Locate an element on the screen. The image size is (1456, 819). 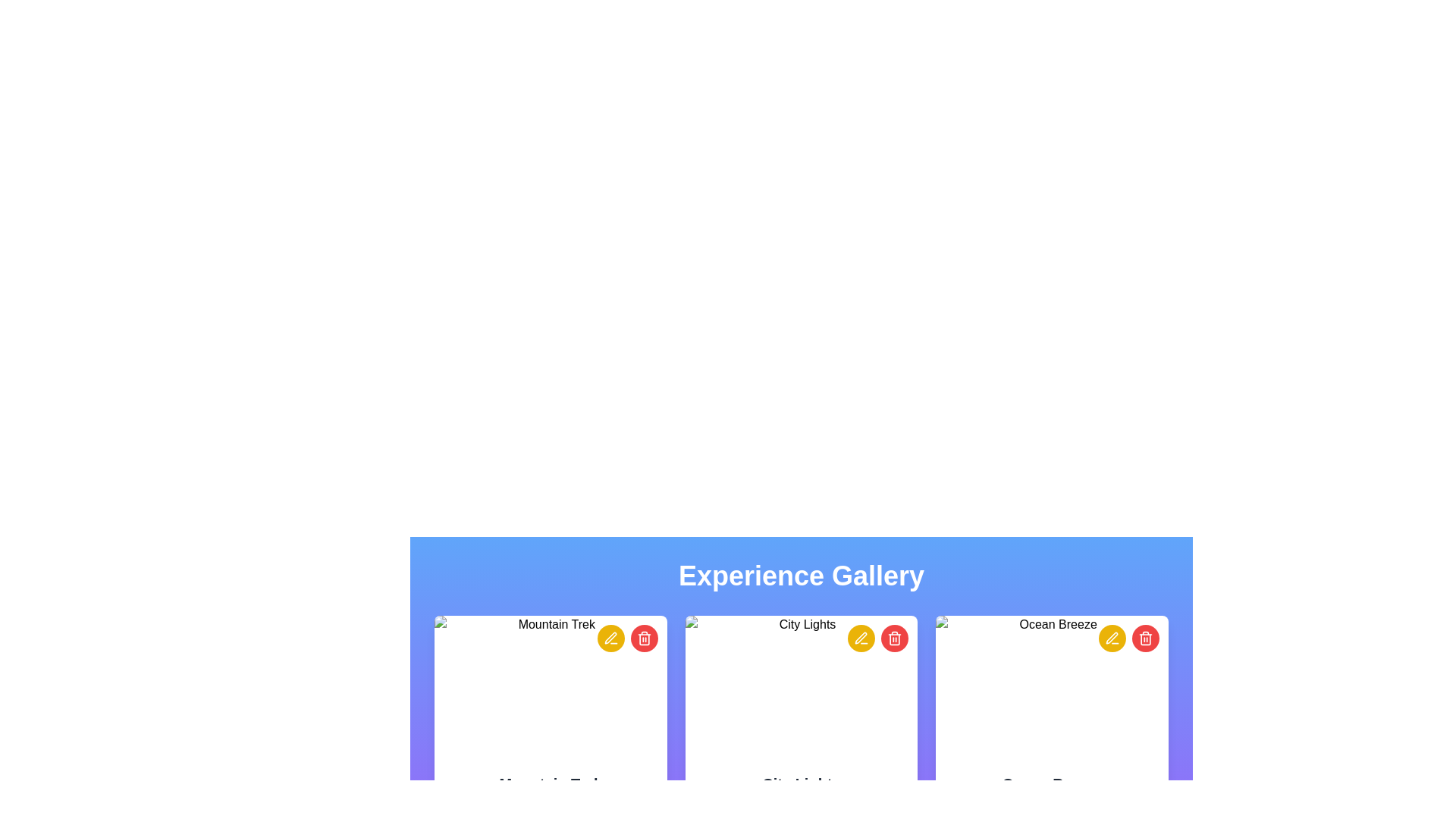
the yellow edit button with a pen icon in the control group of the 'Ocean Breeze' card to modify the card is located at coordinates (1128, 638).